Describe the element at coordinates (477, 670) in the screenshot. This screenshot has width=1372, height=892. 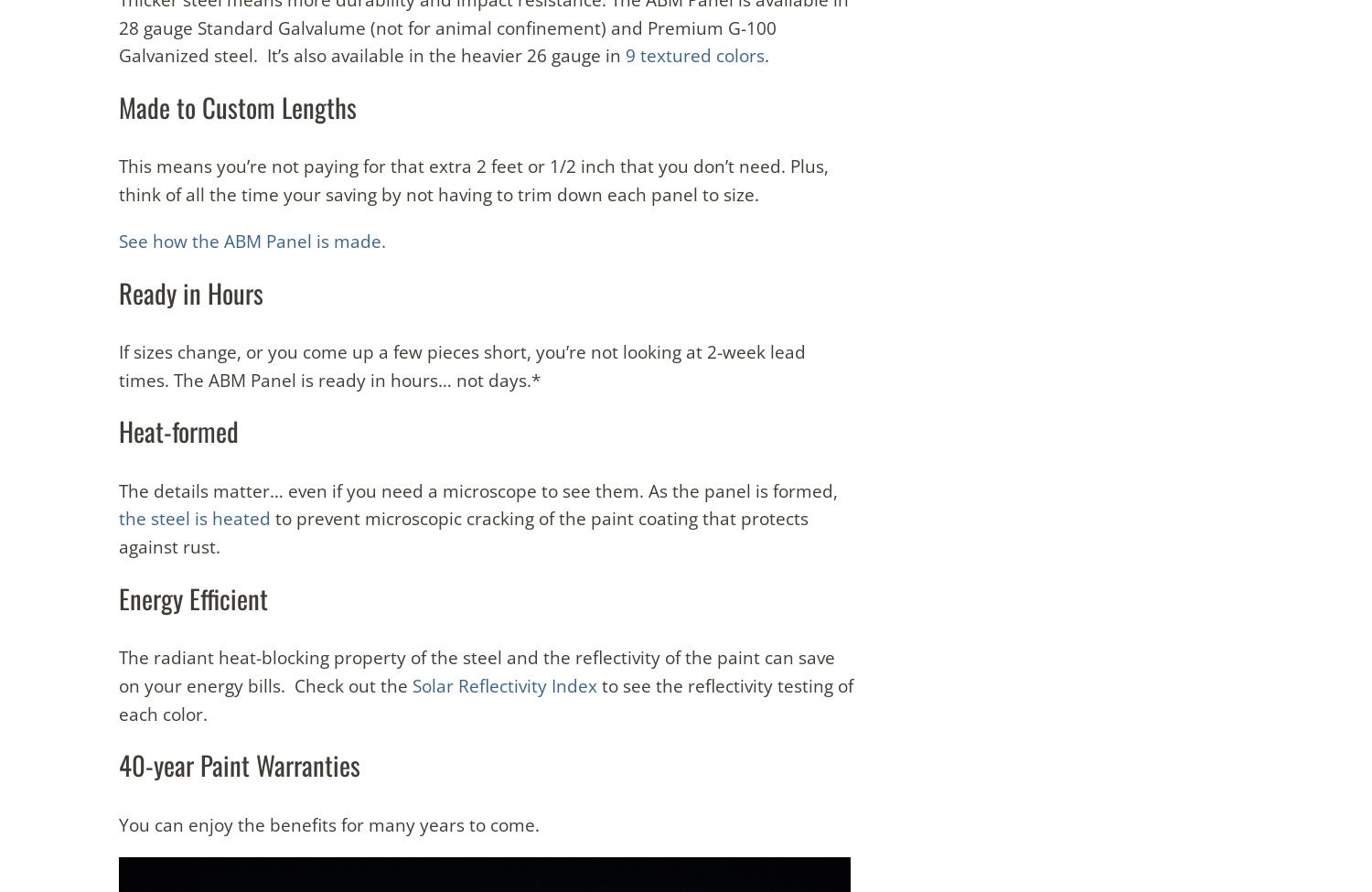
I see `'The radiant heat-blocking property of the steel and the reflectivity of the paint can save on your energy bills.  Check out the'` at that location.